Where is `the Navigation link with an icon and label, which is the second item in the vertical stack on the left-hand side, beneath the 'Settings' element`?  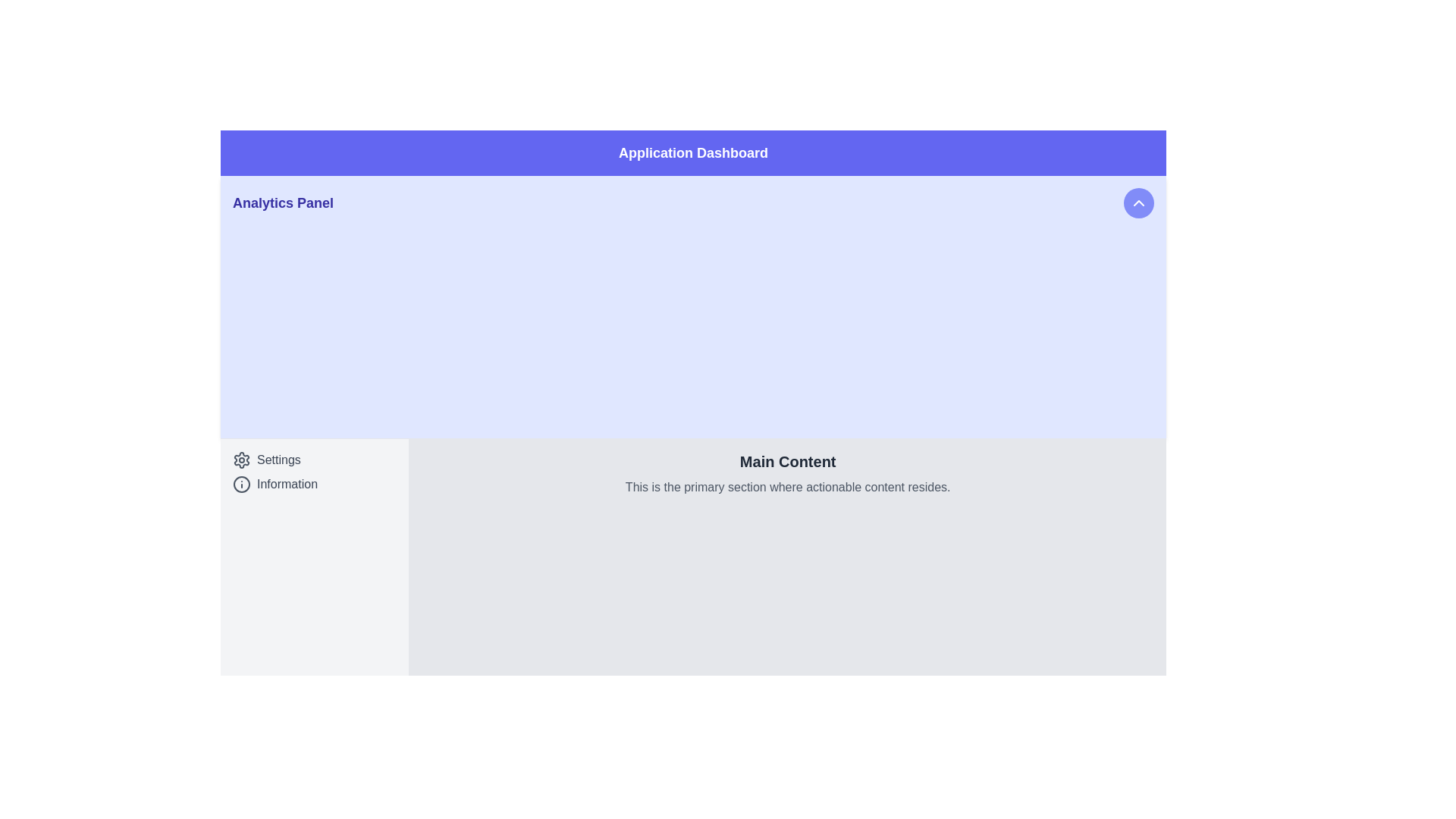 the Navigation link with an icon and label, which is the second item in the vertical stack on the left-hand side, beneath the 'Settings' element is located at coordinates (314, 484).